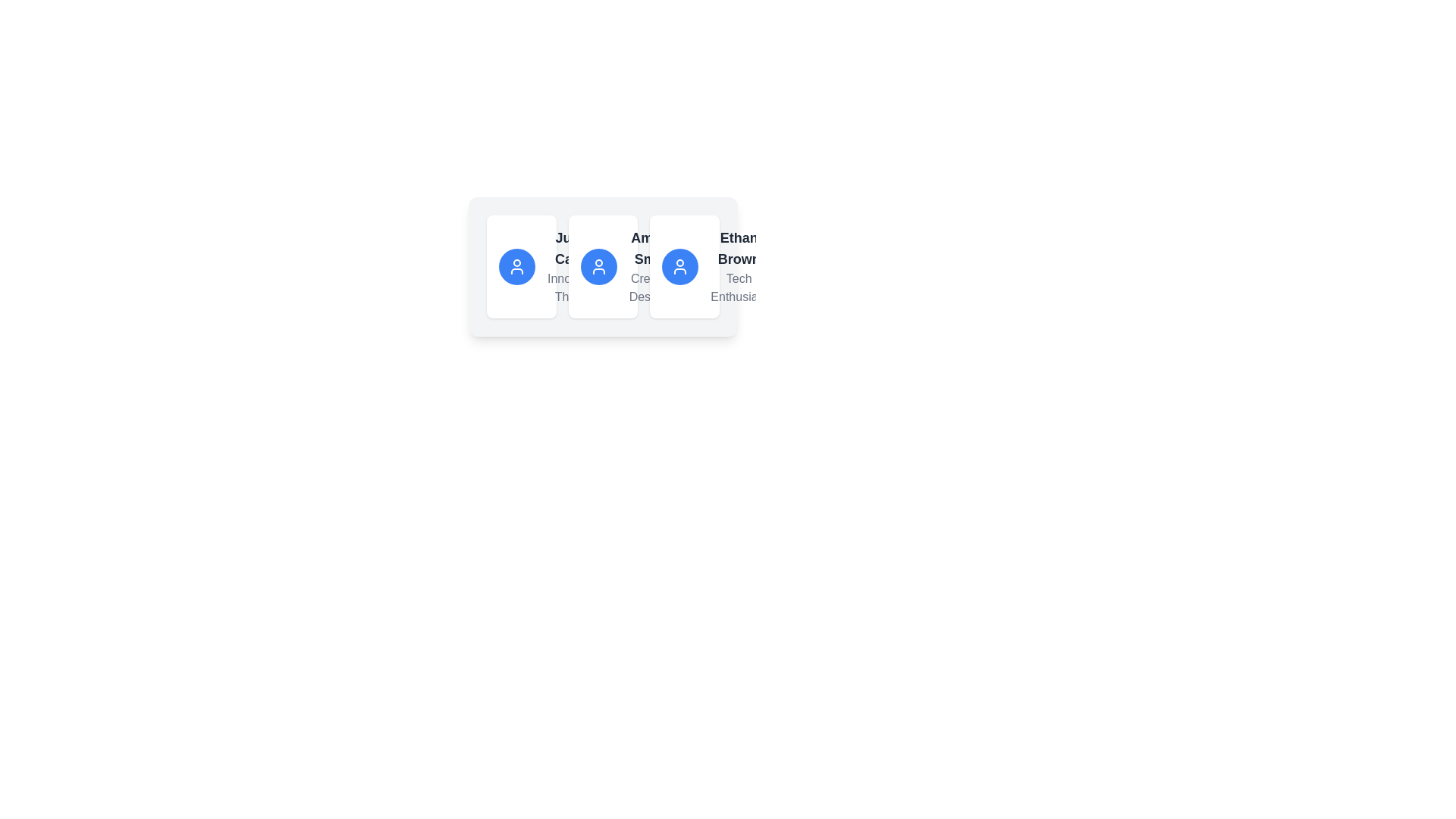 Image resolution: width=1456 pixels, height=819 pixels. I want to click on the text label that provides additional information about 'Ethan Brown', positioned below the main text, so click(739, 288).